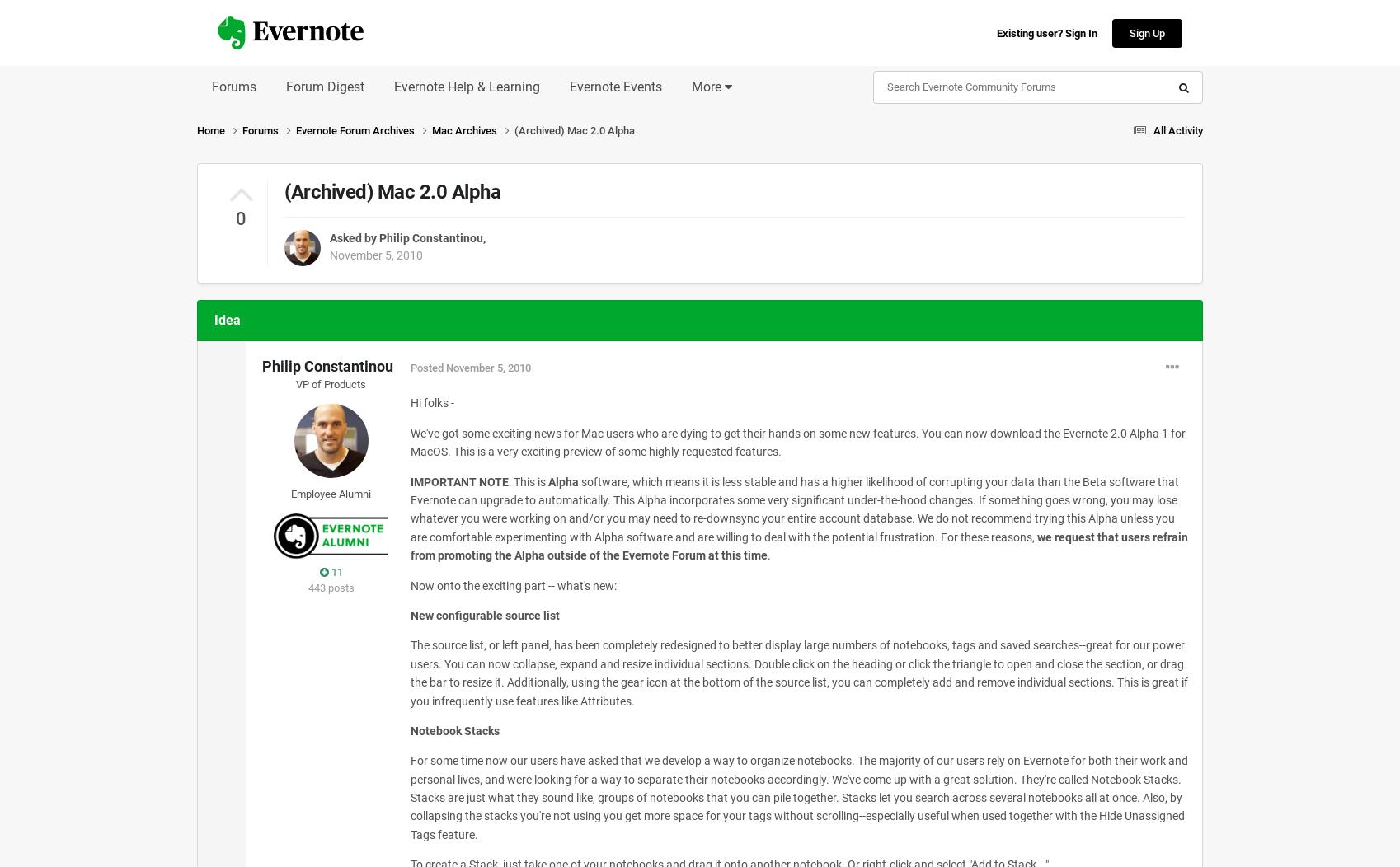 Image resolution: width=1400 pixels, height=867 pixels. I want to click on 'Notebook Stacks', so click(409, 729).